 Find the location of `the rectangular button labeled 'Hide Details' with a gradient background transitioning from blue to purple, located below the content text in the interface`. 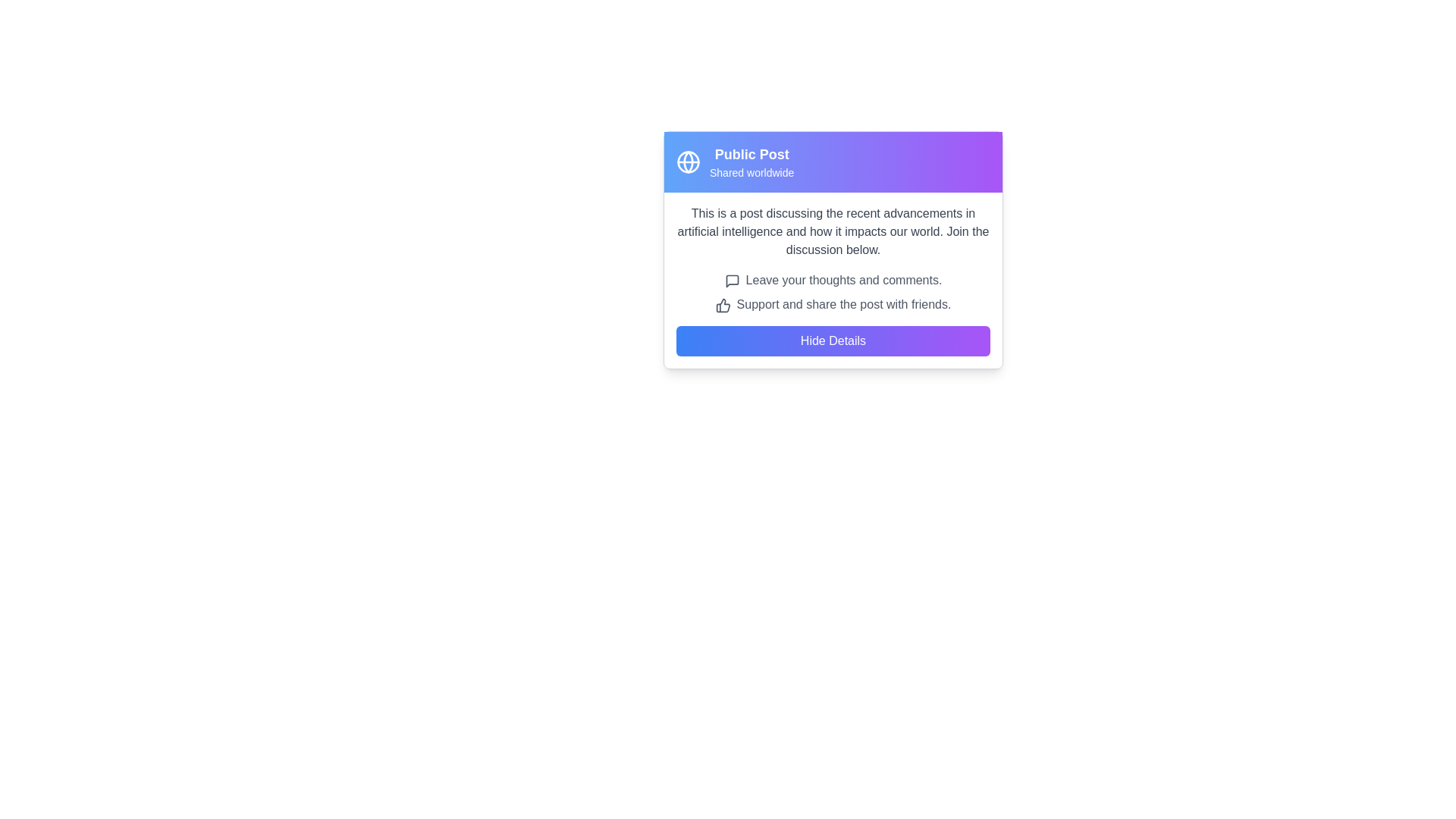

the rectangular button labeled 'Hide Details' with a gradient background transitioning from blue to purple, located below the content text in the interface is located at coordinates (833, 341).